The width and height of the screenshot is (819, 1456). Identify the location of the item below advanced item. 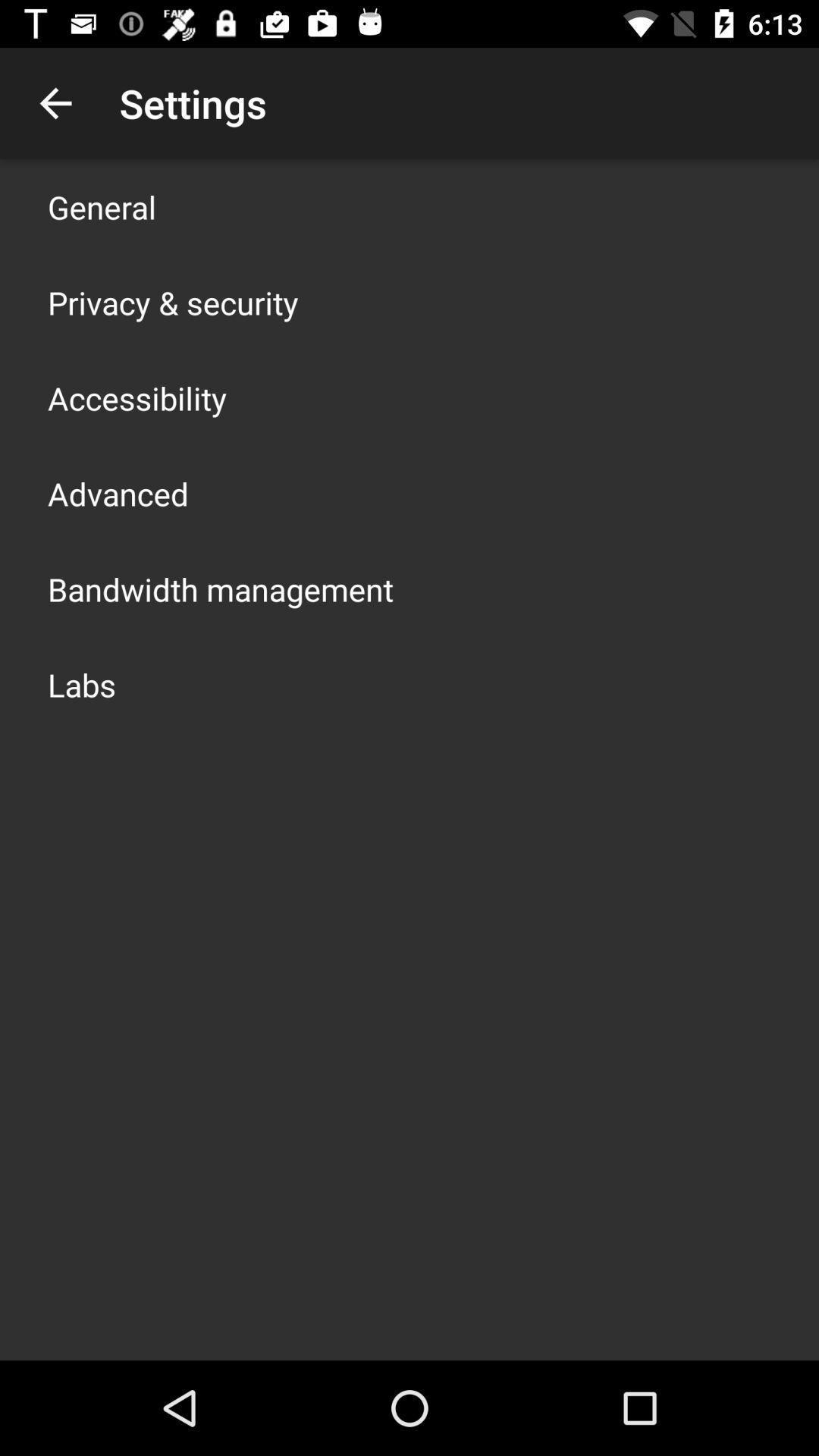
(220, 588).